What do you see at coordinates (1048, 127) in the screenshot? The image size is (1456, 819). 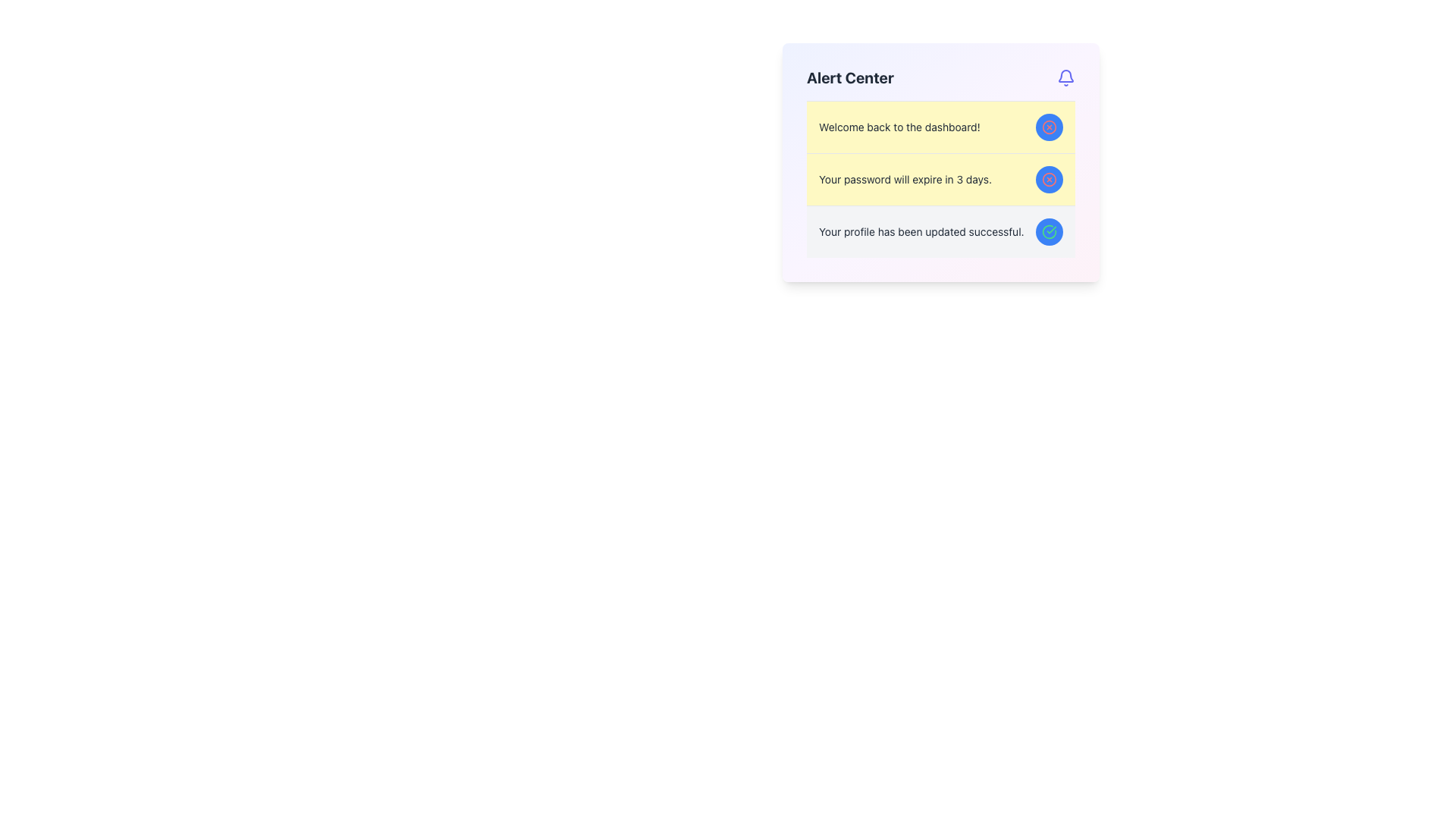 I see `the circular button with a blue background and a red X icon` at bounding box center [1048, 127].